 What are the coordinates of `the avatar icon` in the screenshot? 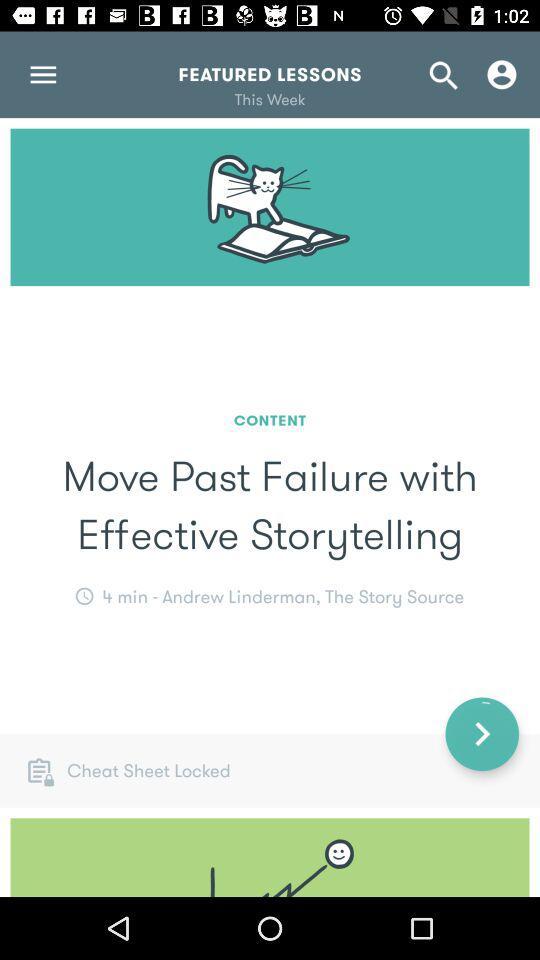 It's located at (500, 74).